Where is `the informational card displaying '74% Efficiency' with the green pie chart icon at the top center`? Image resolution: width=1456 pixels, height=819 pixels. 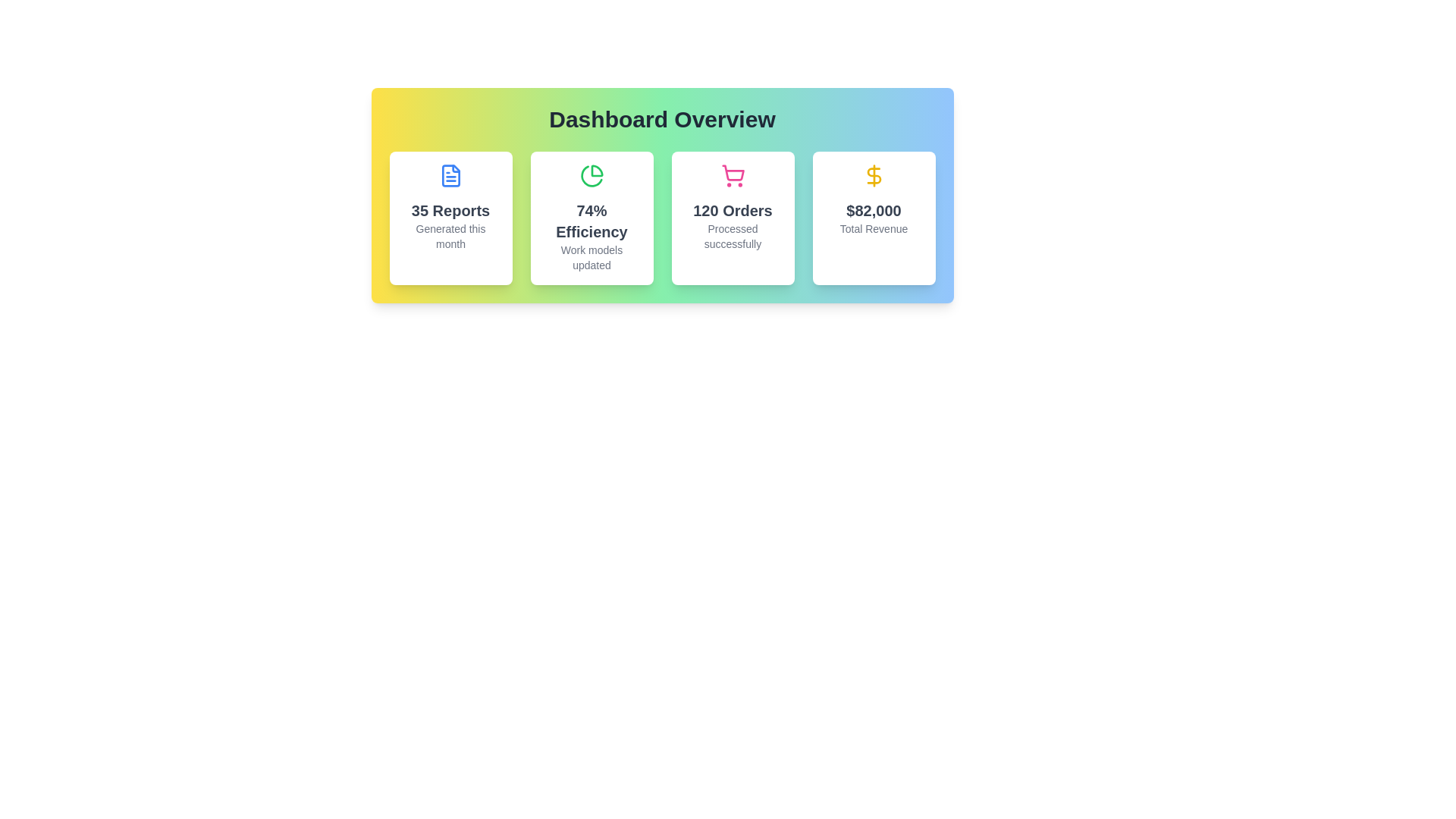
the informational card displaying '74% Efficiency' with the green pie chart icon at the top center is located at coordinates (591, 218).